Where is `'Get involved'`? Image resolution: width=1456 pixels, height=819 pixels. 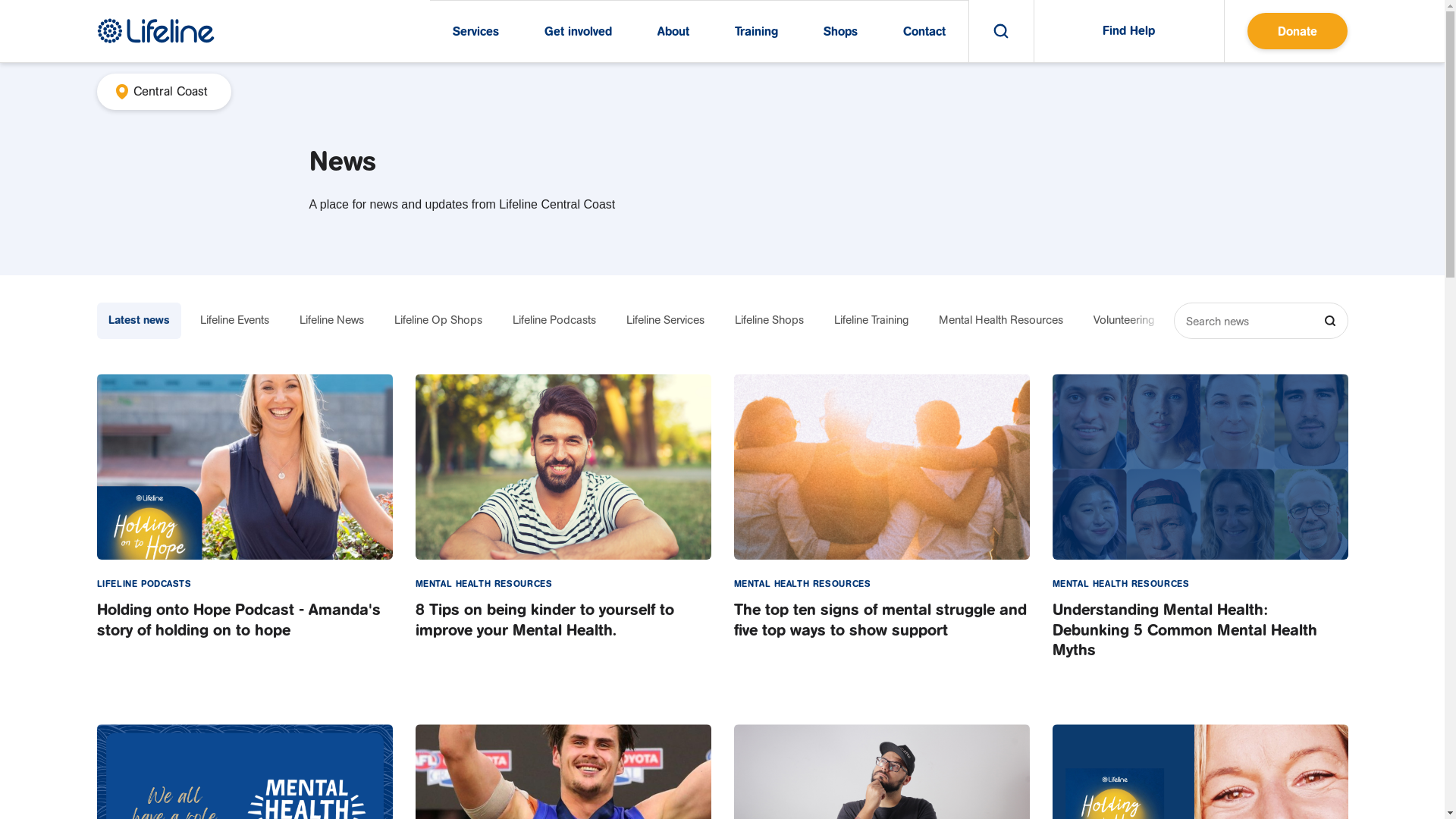 'Get involved' is located at coordinates (577, 31).